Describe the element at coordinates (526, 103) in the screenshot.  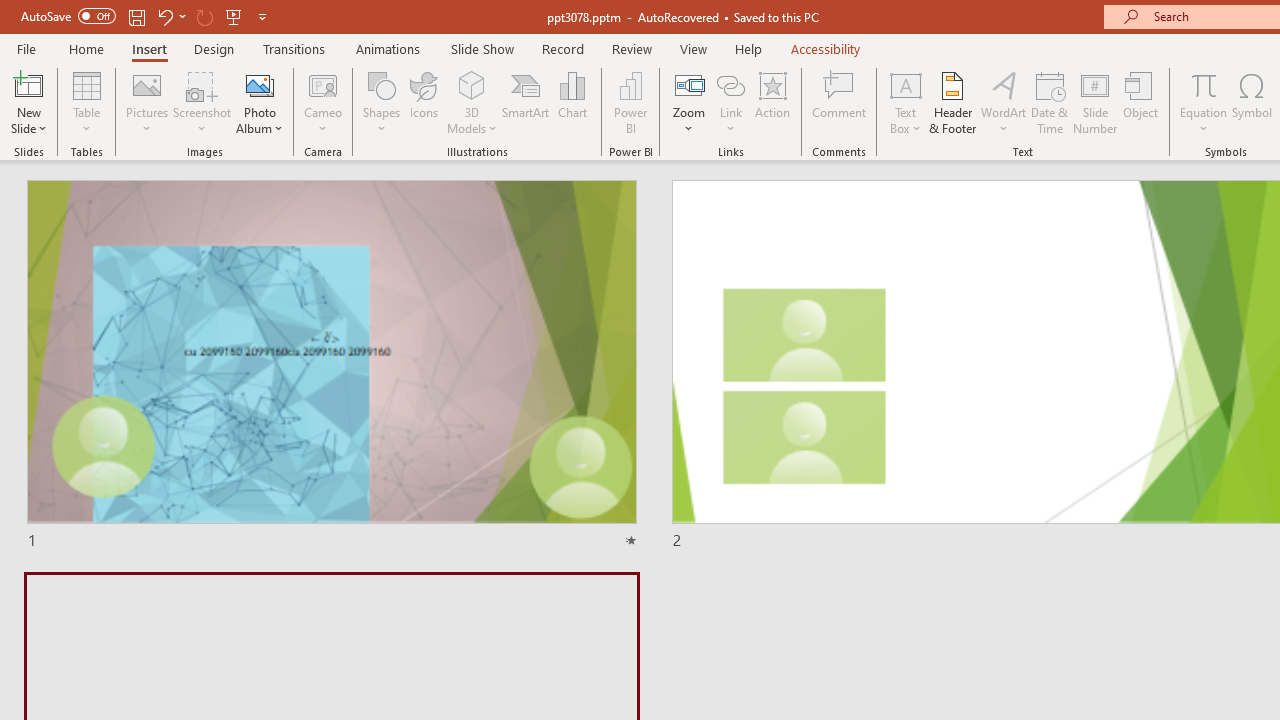
I see `'SmartArt...'` at that location.